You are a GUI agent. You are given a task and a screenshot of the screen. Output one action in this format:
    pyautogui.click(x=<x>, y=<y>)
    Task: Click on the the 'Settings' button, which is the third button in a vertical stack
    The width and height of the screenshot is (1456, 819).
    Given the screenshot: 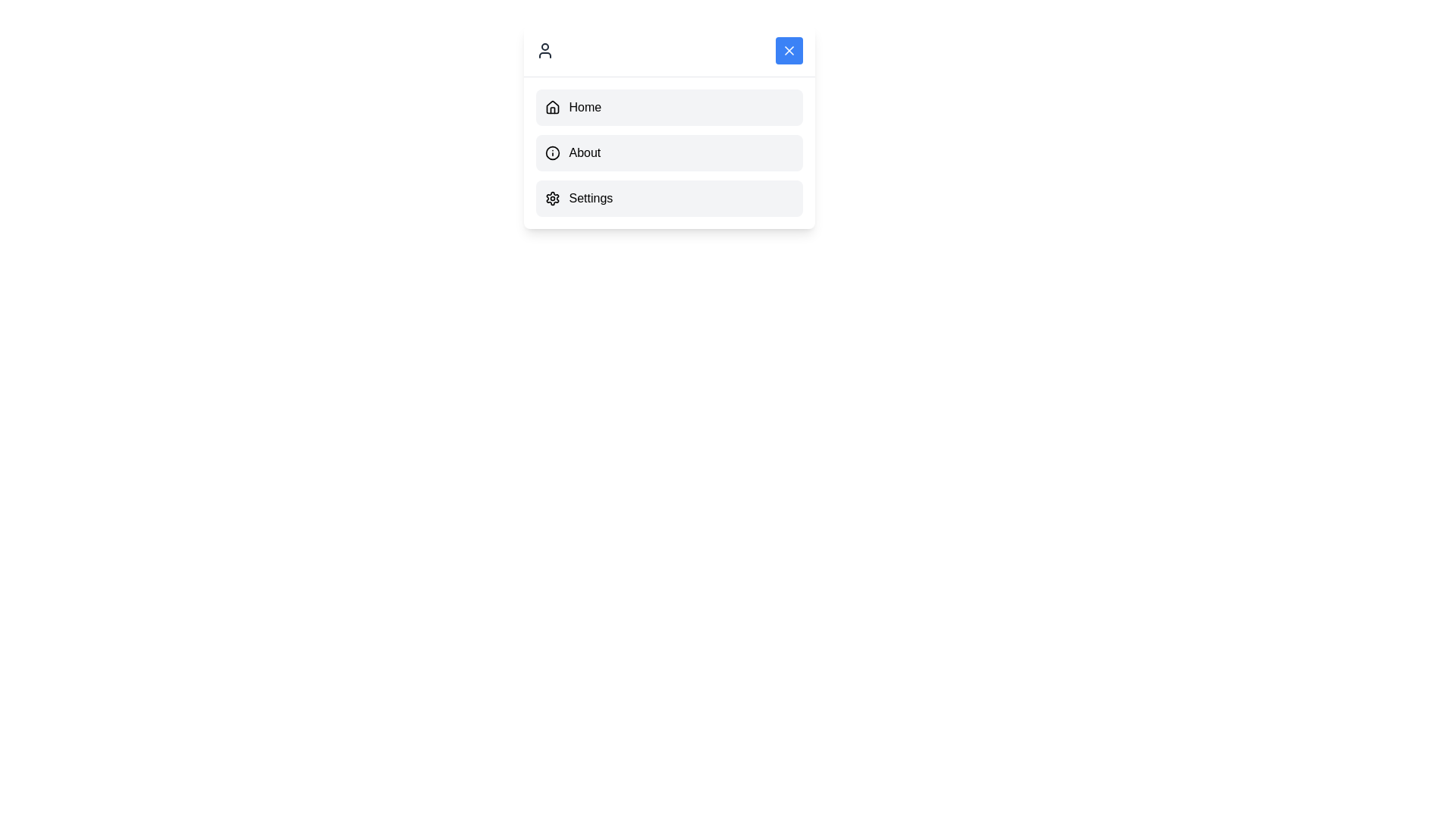 What is the action you would take?
    pyautogui.click(x=668, y=198)
    